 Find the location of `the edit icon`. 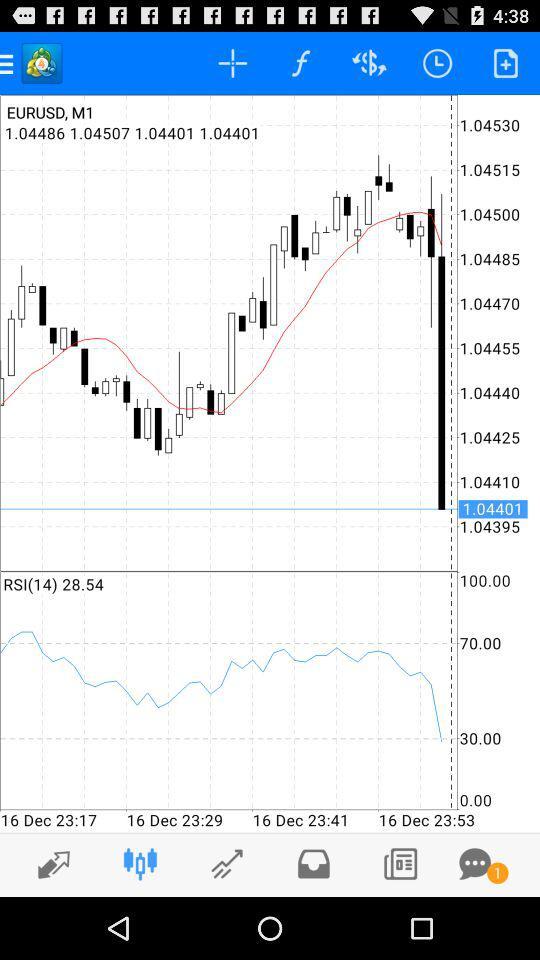

the edit icon is located at coordinates (48, 925).